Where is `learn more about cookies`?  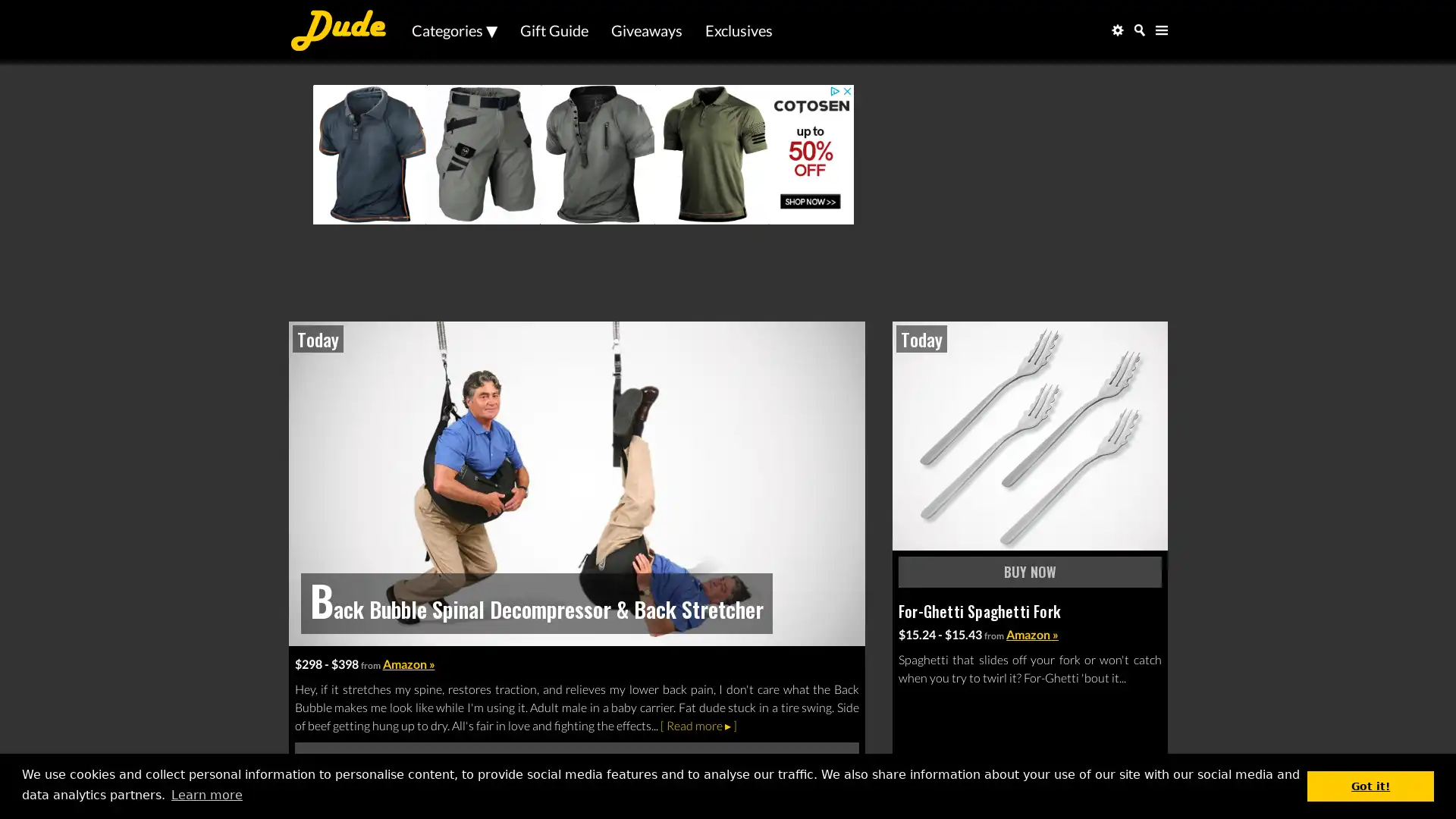
learn more about cookies is located at coordinates (206, 794).